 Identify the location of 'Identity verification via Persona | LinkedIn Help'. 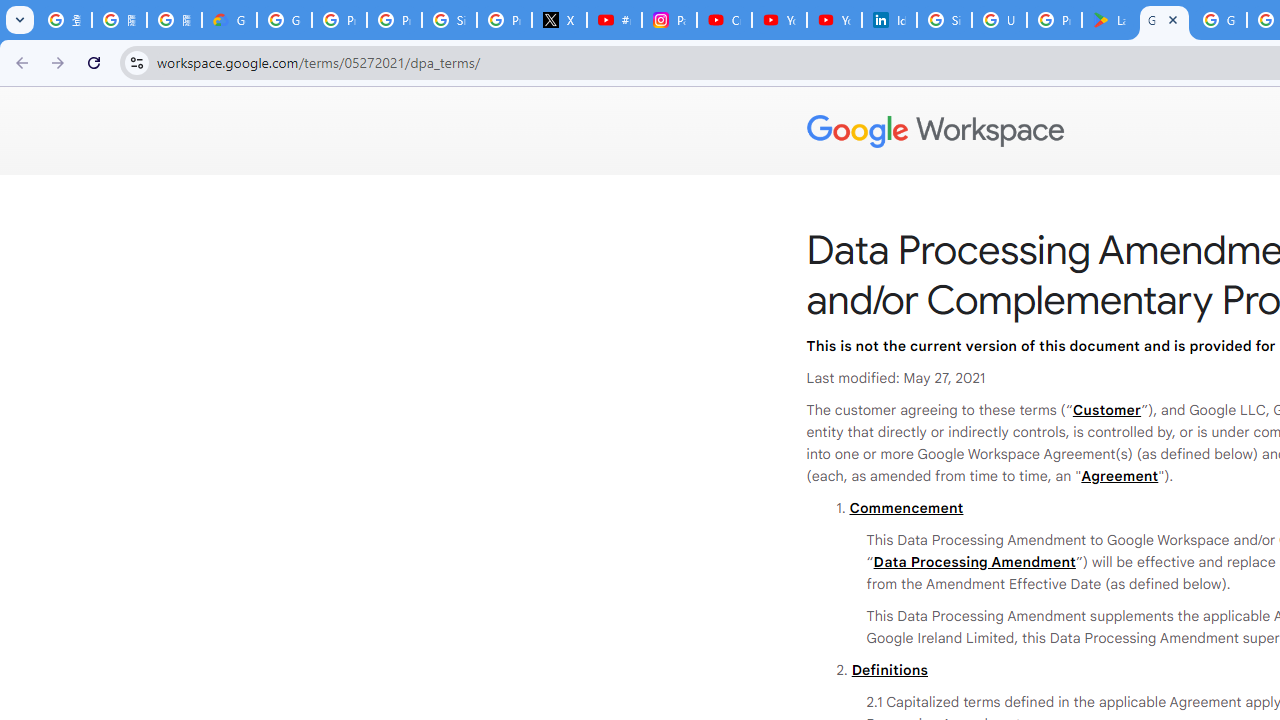
(887, 20).